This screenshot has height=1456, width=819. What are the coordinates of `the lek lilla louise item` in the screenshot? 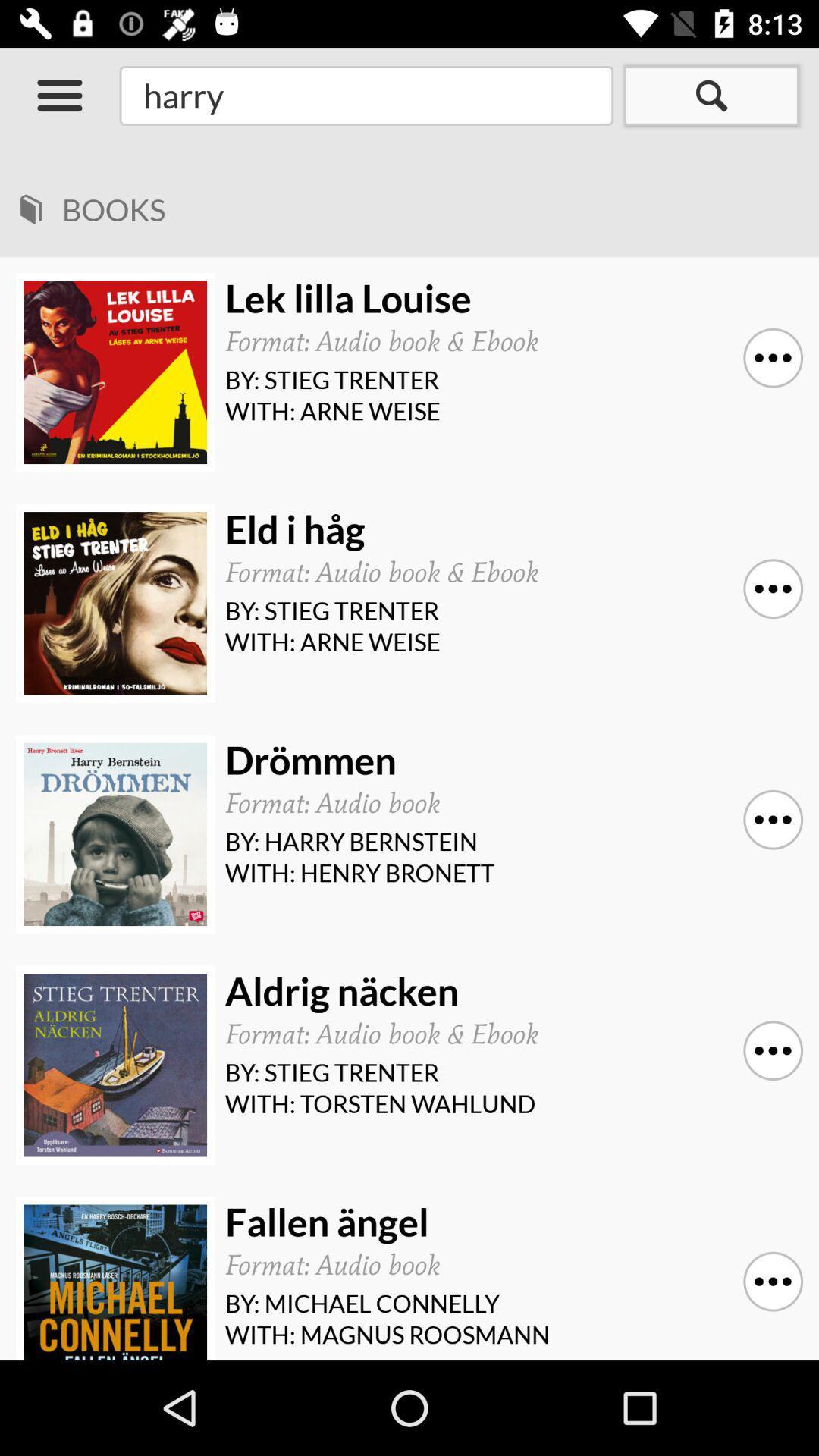 It's located at (509, 298).